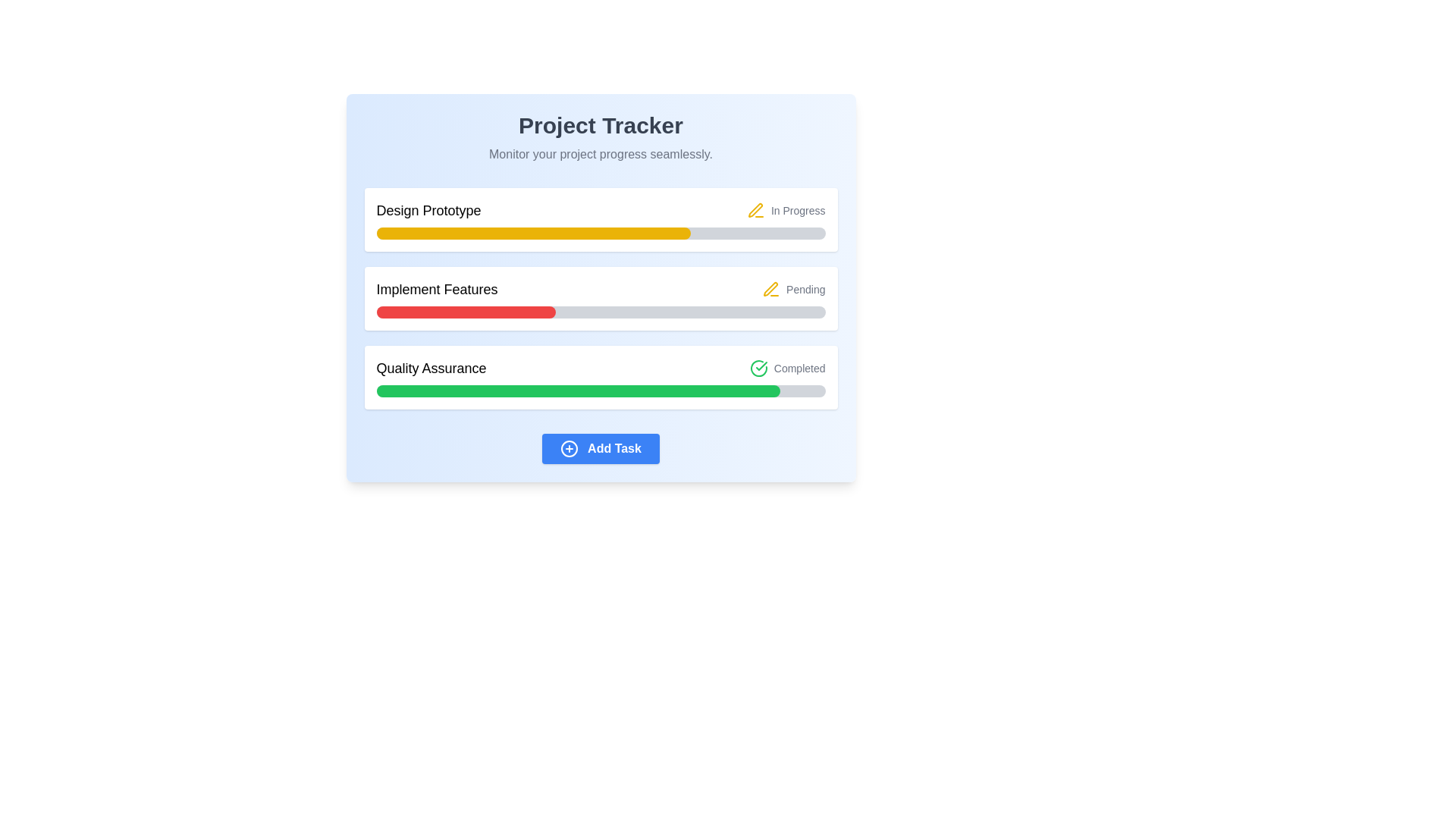 Image resolution: width=1456 pixels, height=819 pixels. Describe the element at coordinates (786, 210) in the screenshot. I see `the Status indicator with a yellow pen icon and 'In Progress' text, located on the right side of the 'Design Prototype' task row` at that location.